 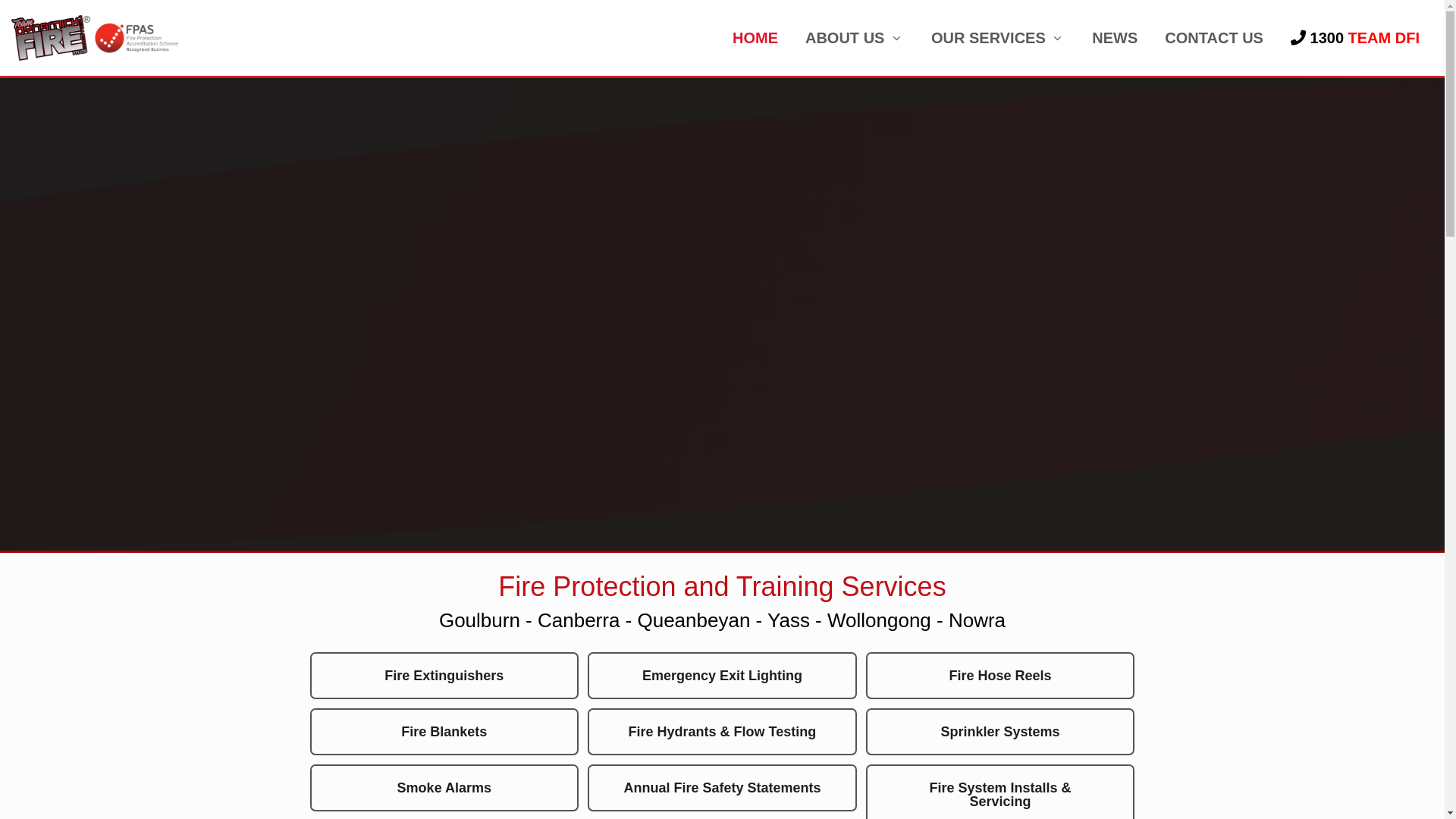 What do you see at coordinates (732, 37) in the screenshot?
I see `'HOME'` at bounding box center [732, 37].